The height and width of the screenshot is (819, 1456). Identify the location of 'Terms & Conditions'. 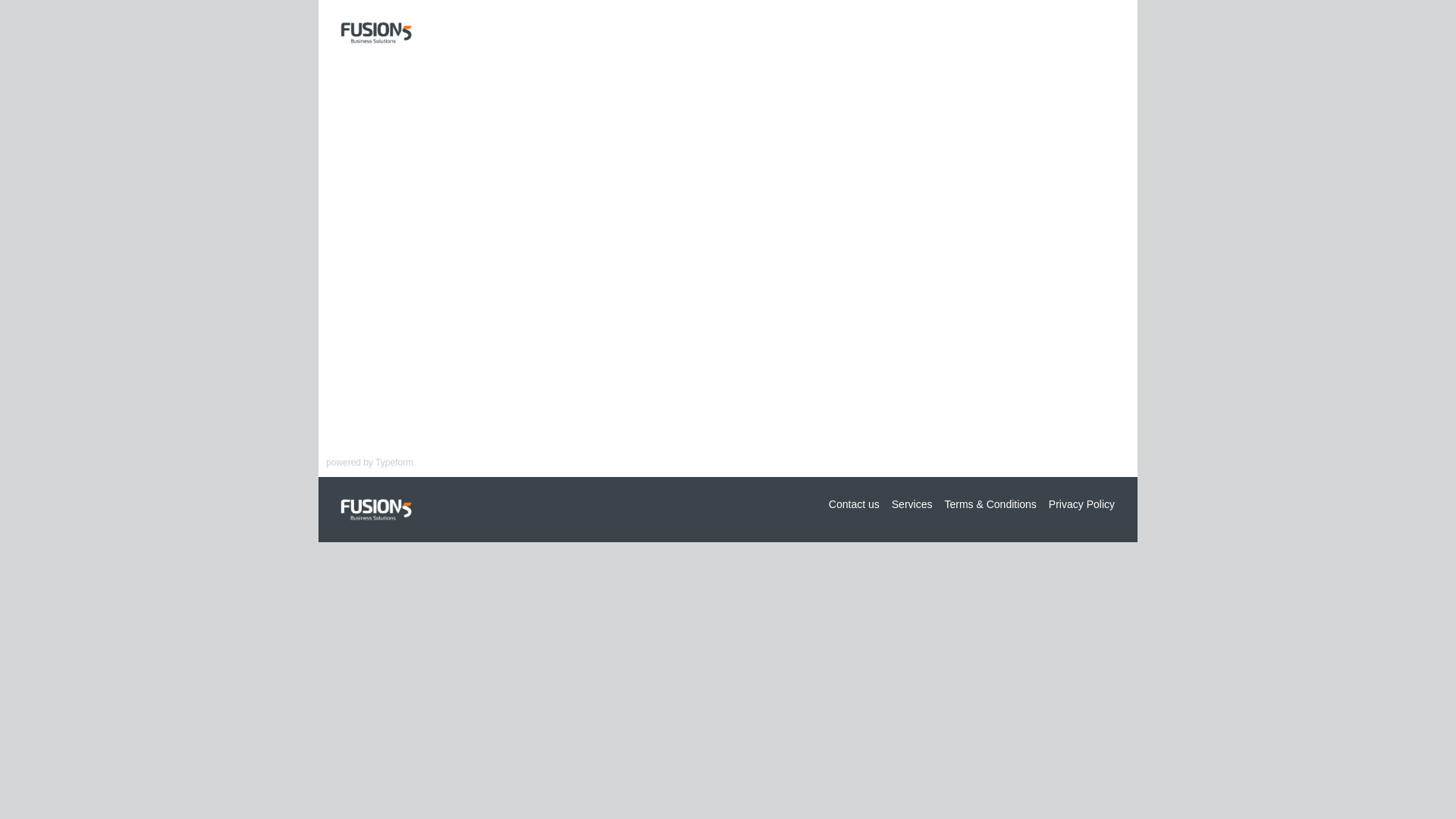
(990, 504).